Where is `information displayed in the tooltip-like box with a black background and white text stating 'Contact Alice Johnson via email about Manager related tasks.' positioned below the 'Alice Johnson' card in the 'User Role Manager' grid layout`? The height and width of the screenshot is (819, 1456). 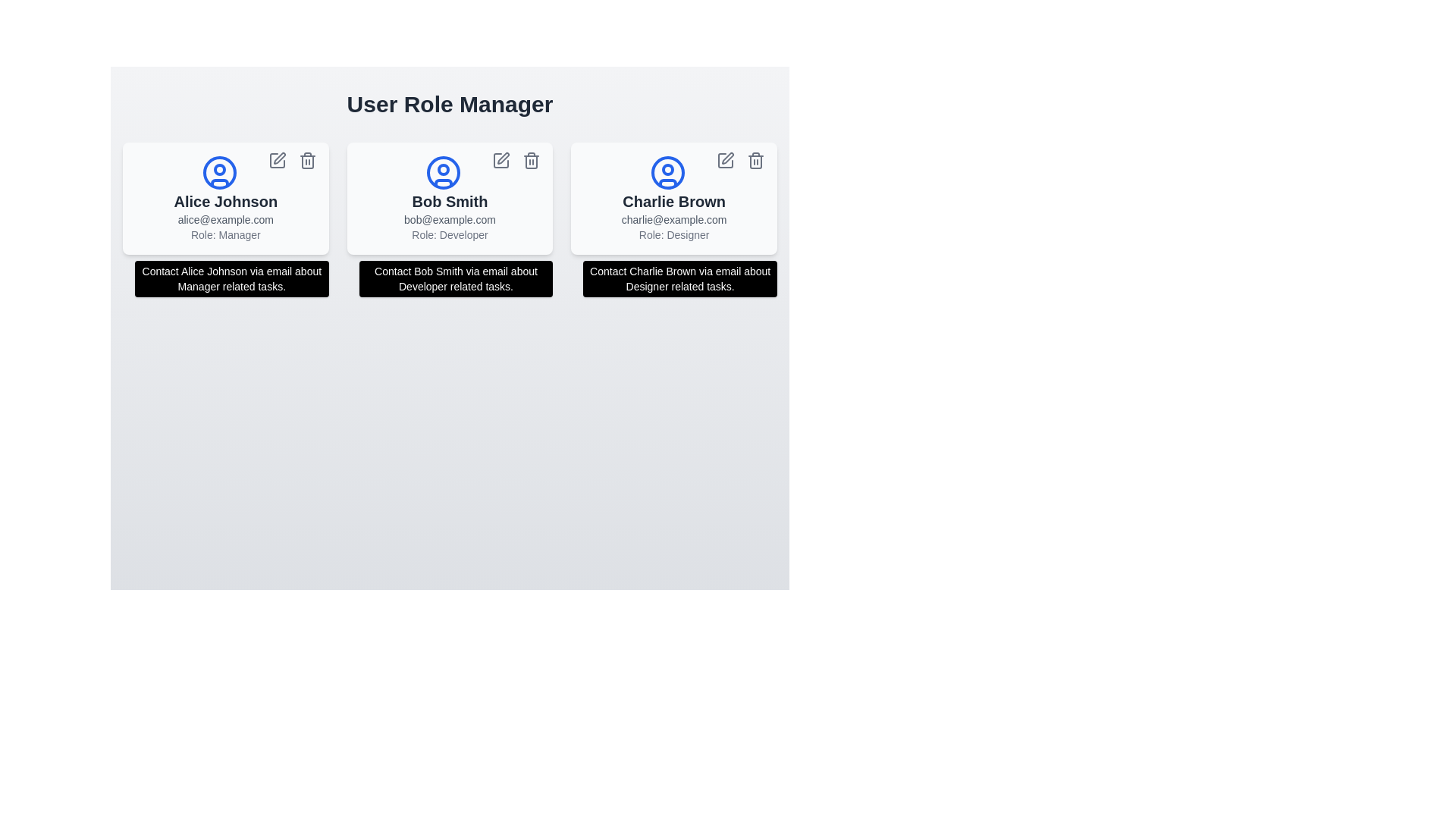 information displayed in the tooltip-like box with a black background and white text stating 'Contact Alice Johnson via email about Manager related tasks.' positioned below the 'Alice Johnson' card in the 'User Role Manager' grid layout is located at coordinates (231, 278).